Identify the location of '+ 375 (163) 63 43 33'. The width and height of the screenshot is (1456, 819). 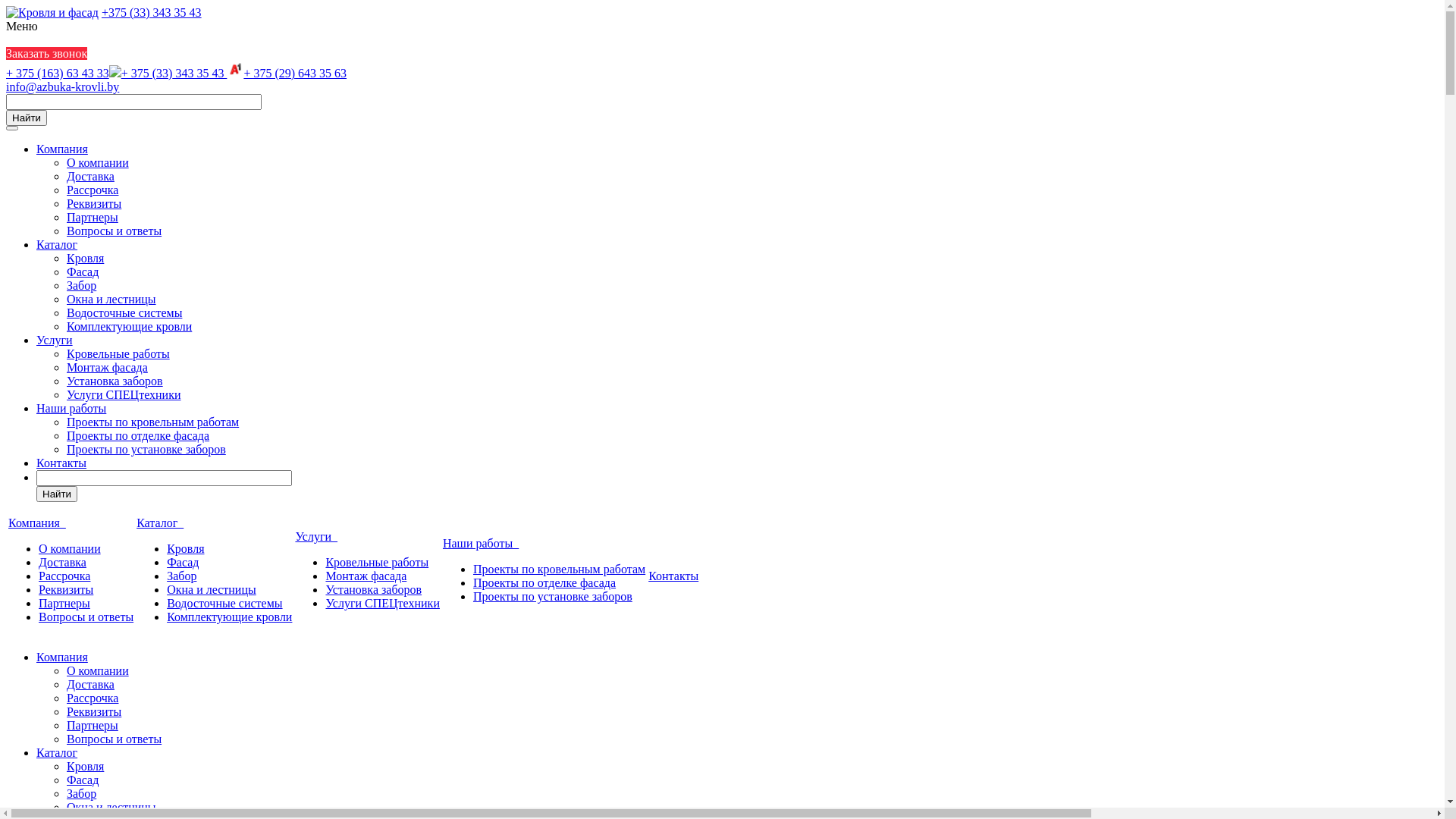
(58, 73).